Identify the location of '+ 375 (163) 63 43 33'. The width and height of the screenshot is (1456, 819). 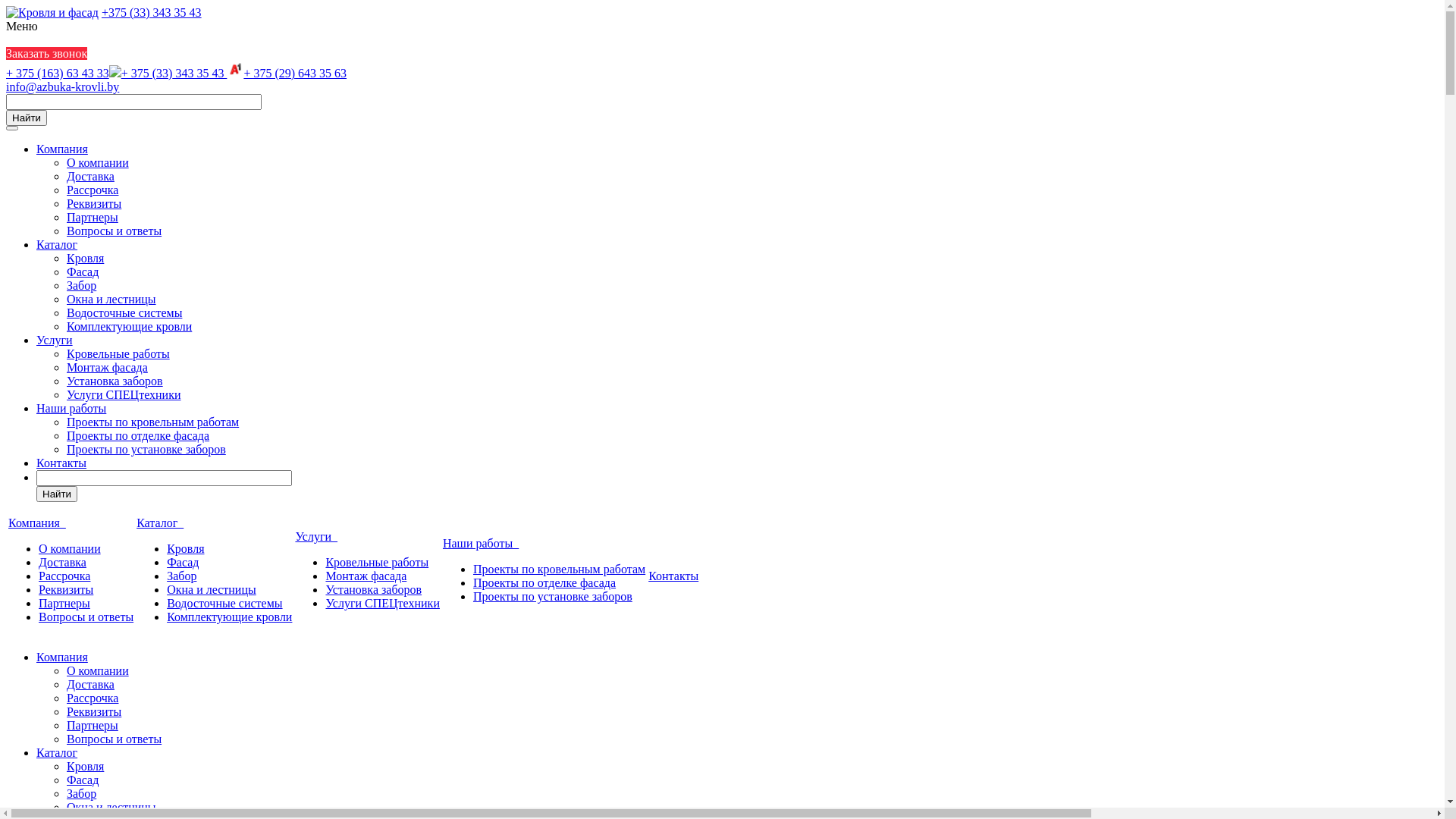
(58, 73).